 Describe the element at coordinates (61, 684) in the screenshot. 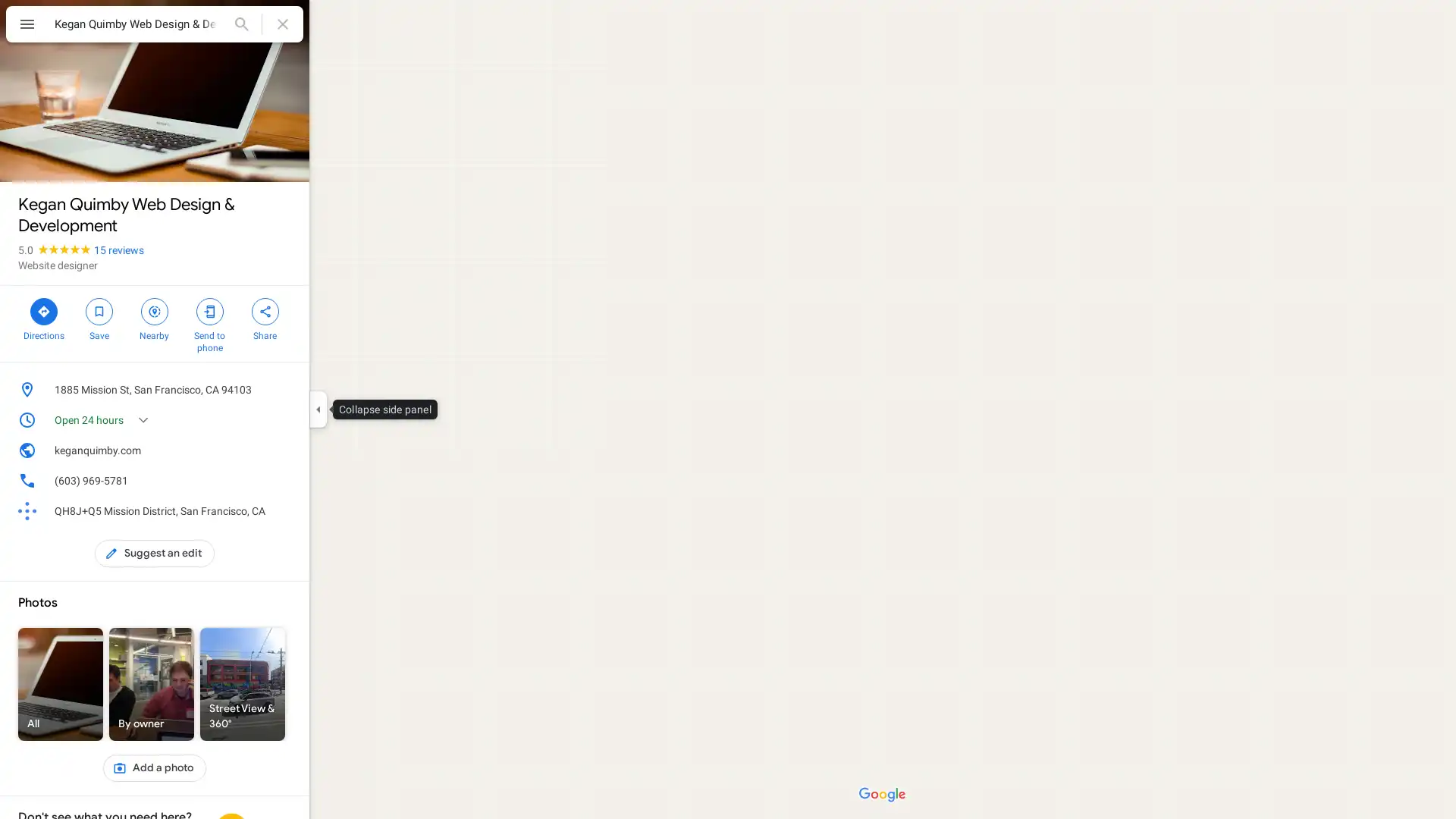

I see `All` at that location.